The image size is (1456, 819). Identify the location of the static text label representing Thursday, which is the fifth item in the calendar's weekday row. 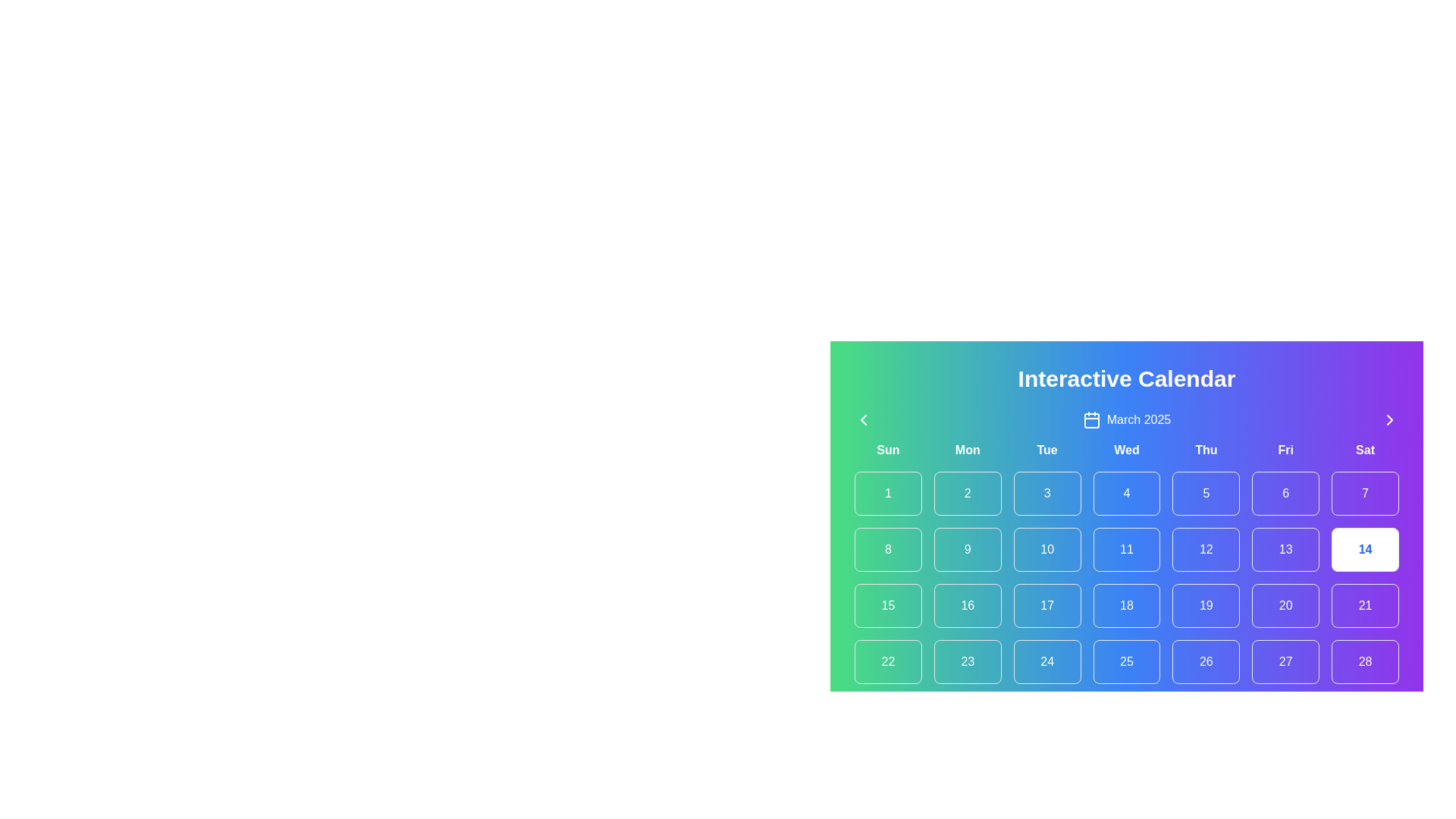
(1205, 450).